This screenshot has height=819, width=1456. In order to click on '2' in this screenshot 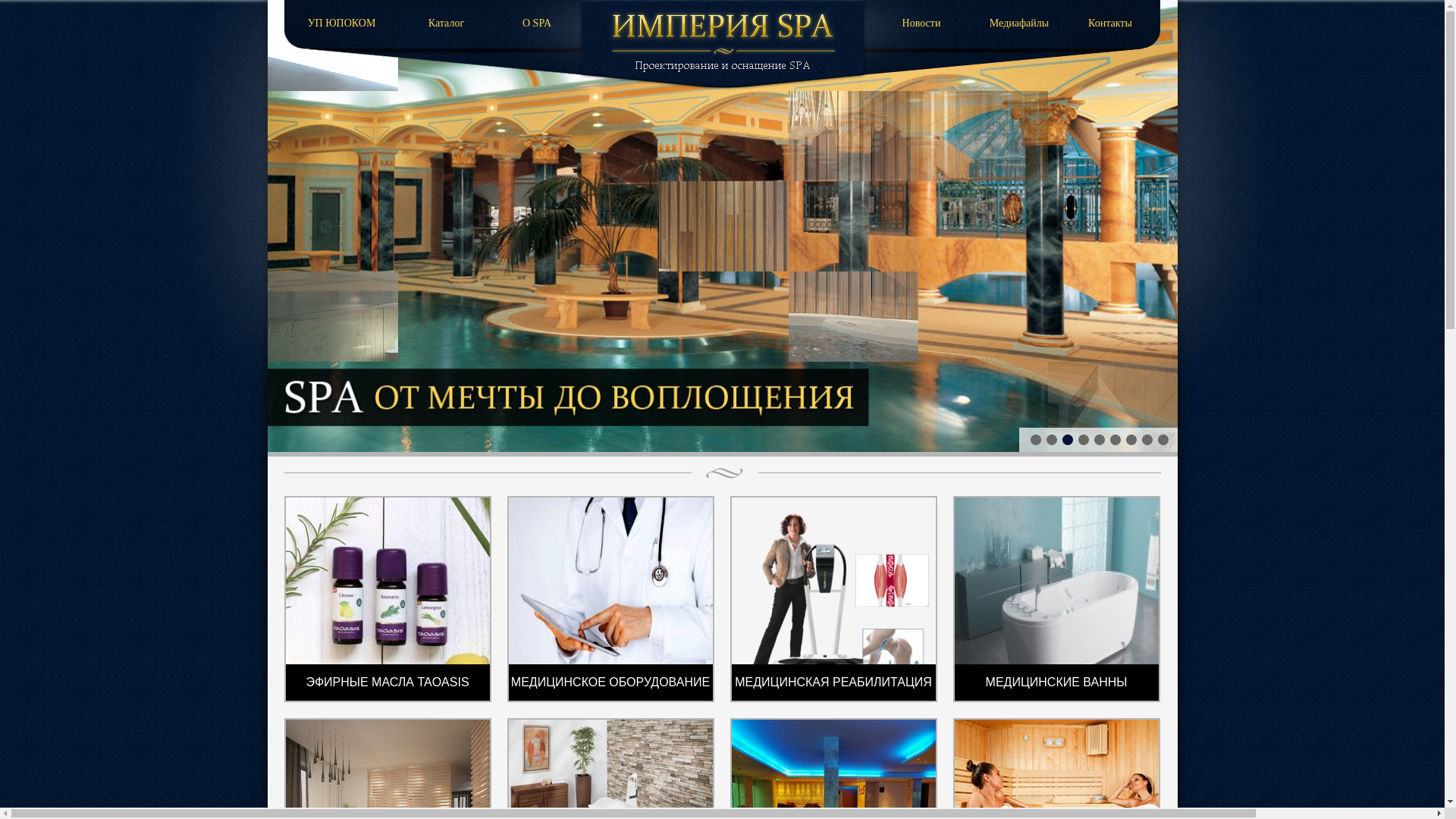, I will do `click(1051, 439)`.